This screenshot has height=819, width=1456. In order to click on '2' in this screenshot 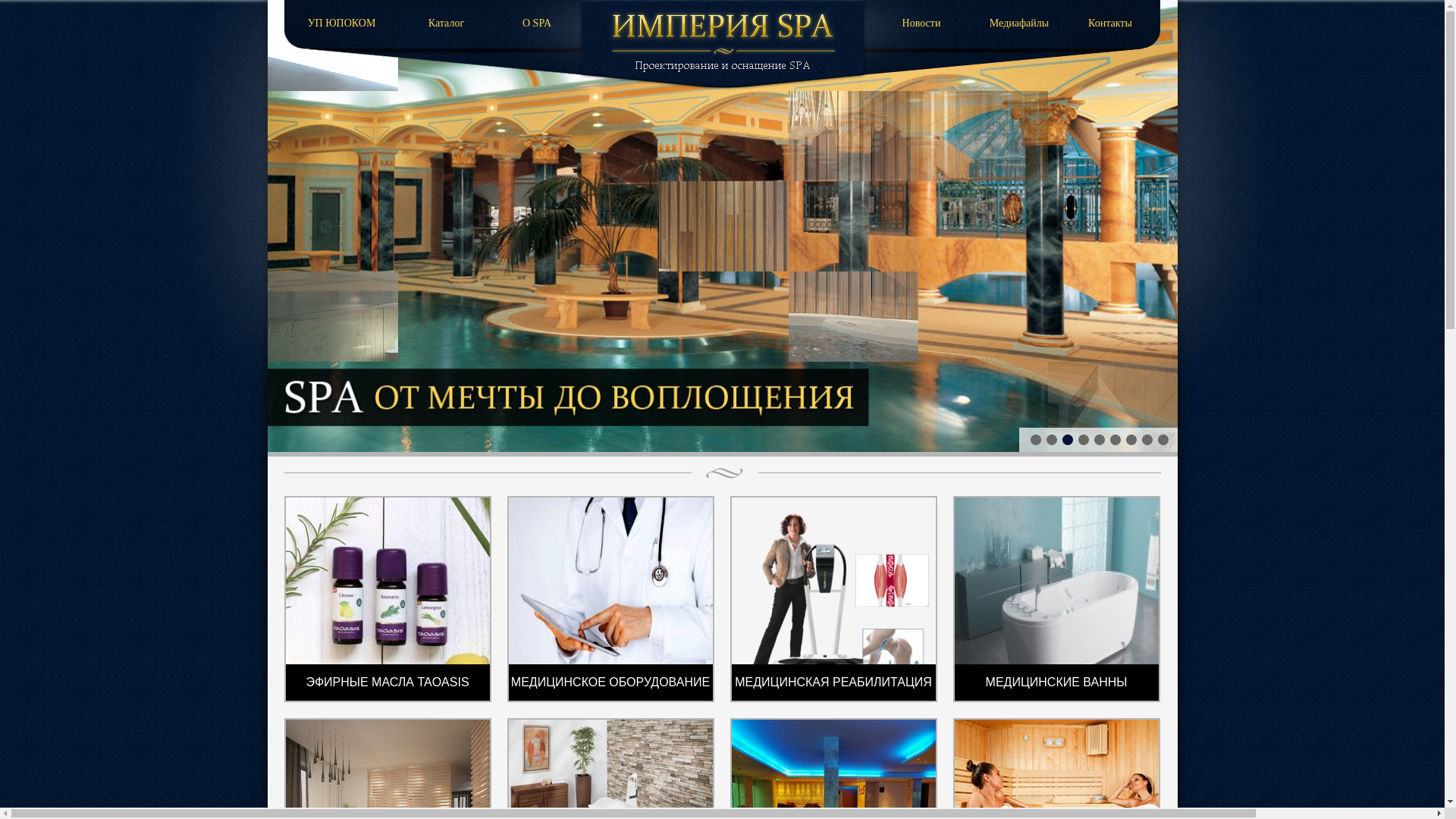, I will do `click(1051, 439)`.